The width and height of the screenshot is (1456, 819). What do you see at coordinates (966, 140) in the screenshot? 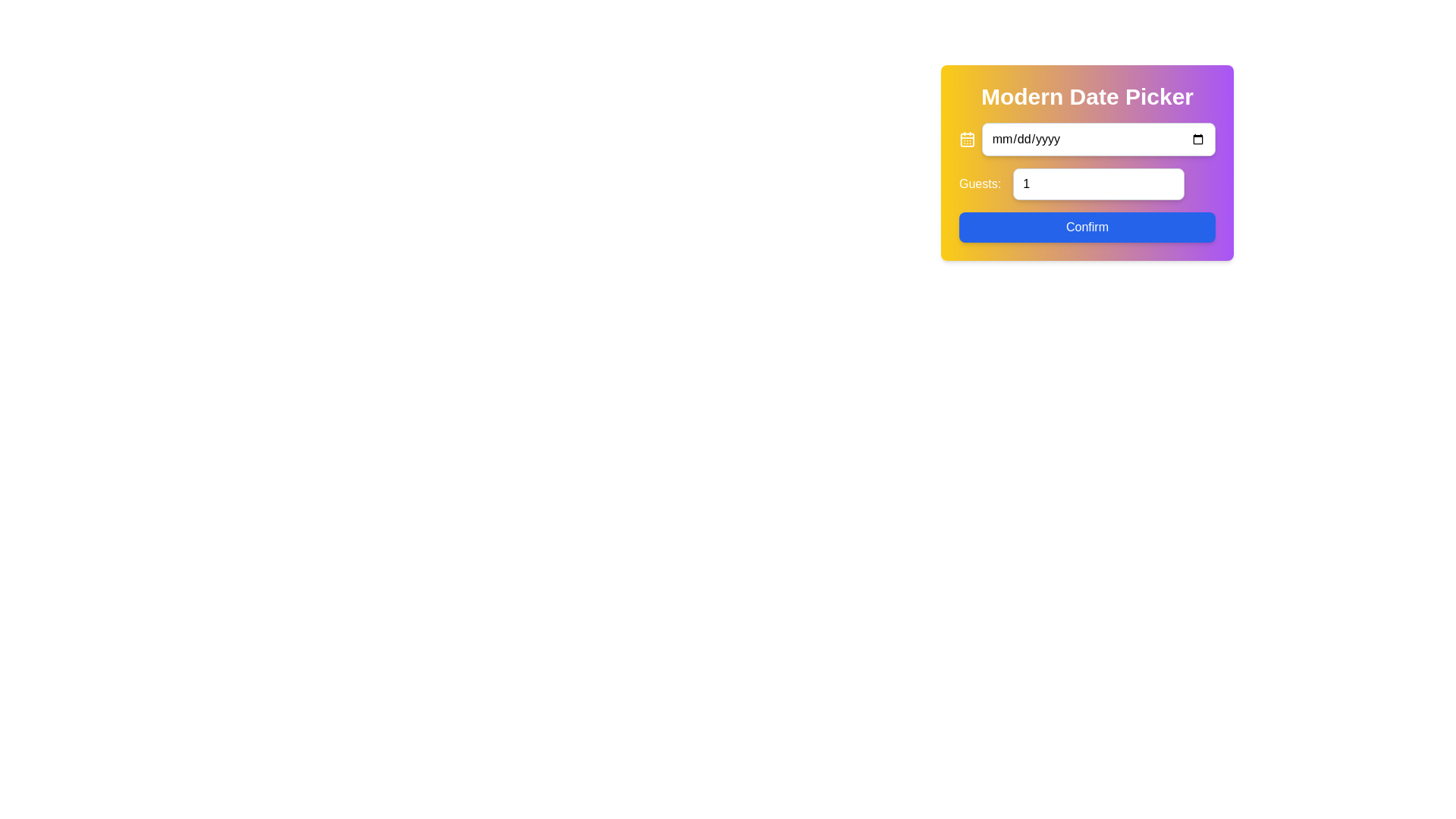
I see `the date selection icon located on the left side of the 'mm/dd/yyyy' input field` at bounding box center [966, 140].